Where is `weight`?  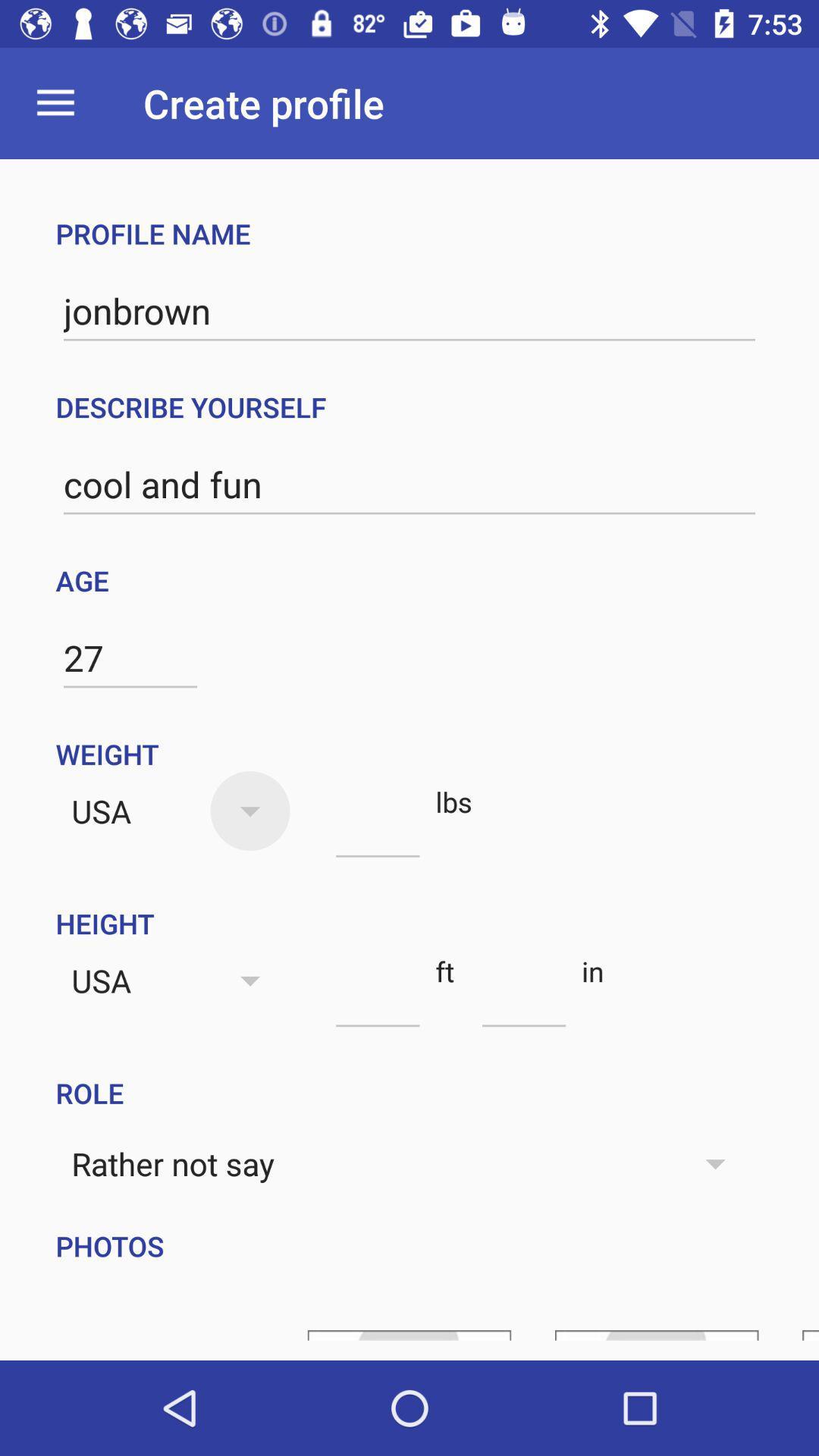 weight is located at coordinates (377, 829).